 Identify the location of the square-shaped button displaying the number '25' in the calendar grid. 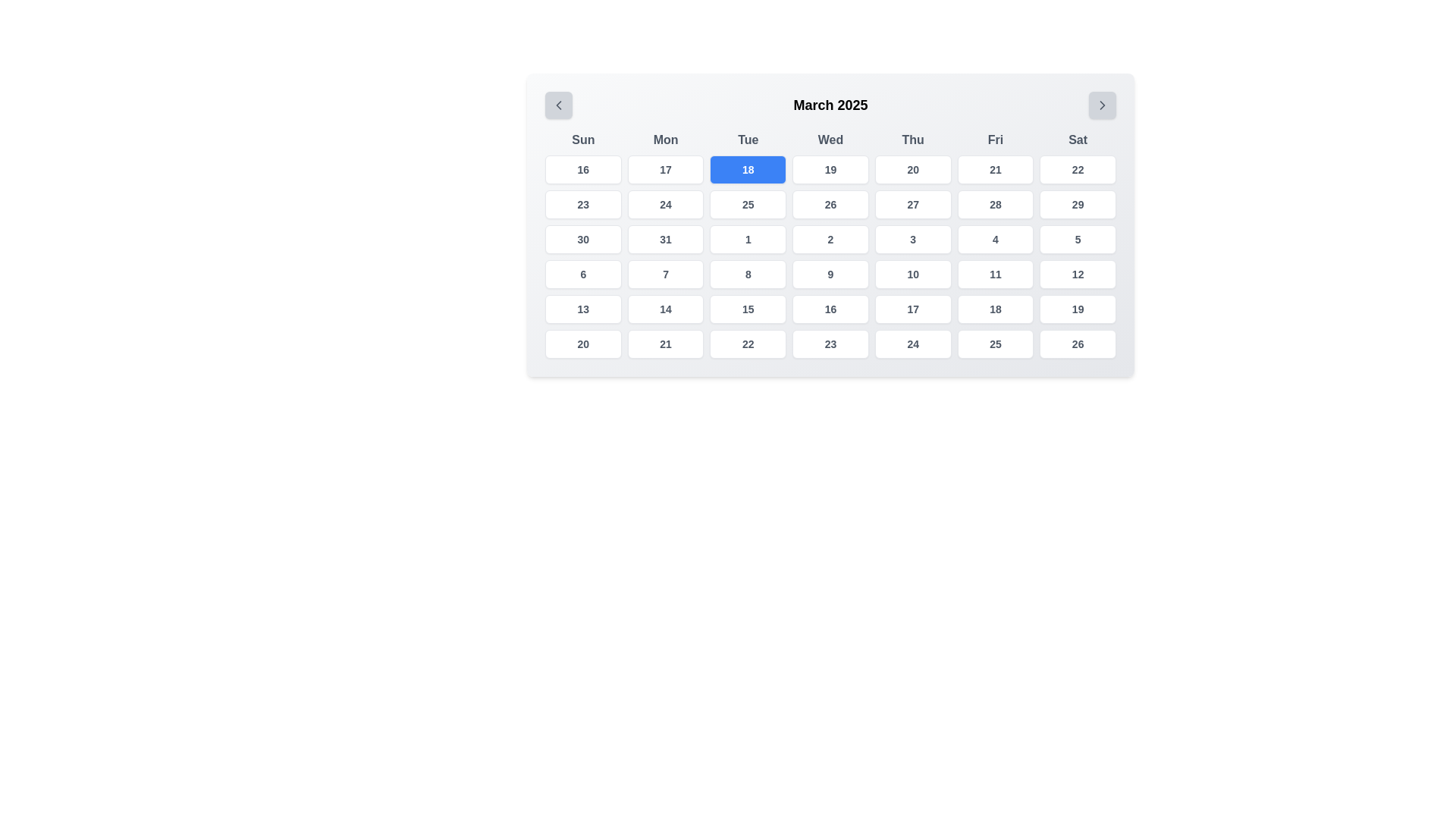
(748, 205).